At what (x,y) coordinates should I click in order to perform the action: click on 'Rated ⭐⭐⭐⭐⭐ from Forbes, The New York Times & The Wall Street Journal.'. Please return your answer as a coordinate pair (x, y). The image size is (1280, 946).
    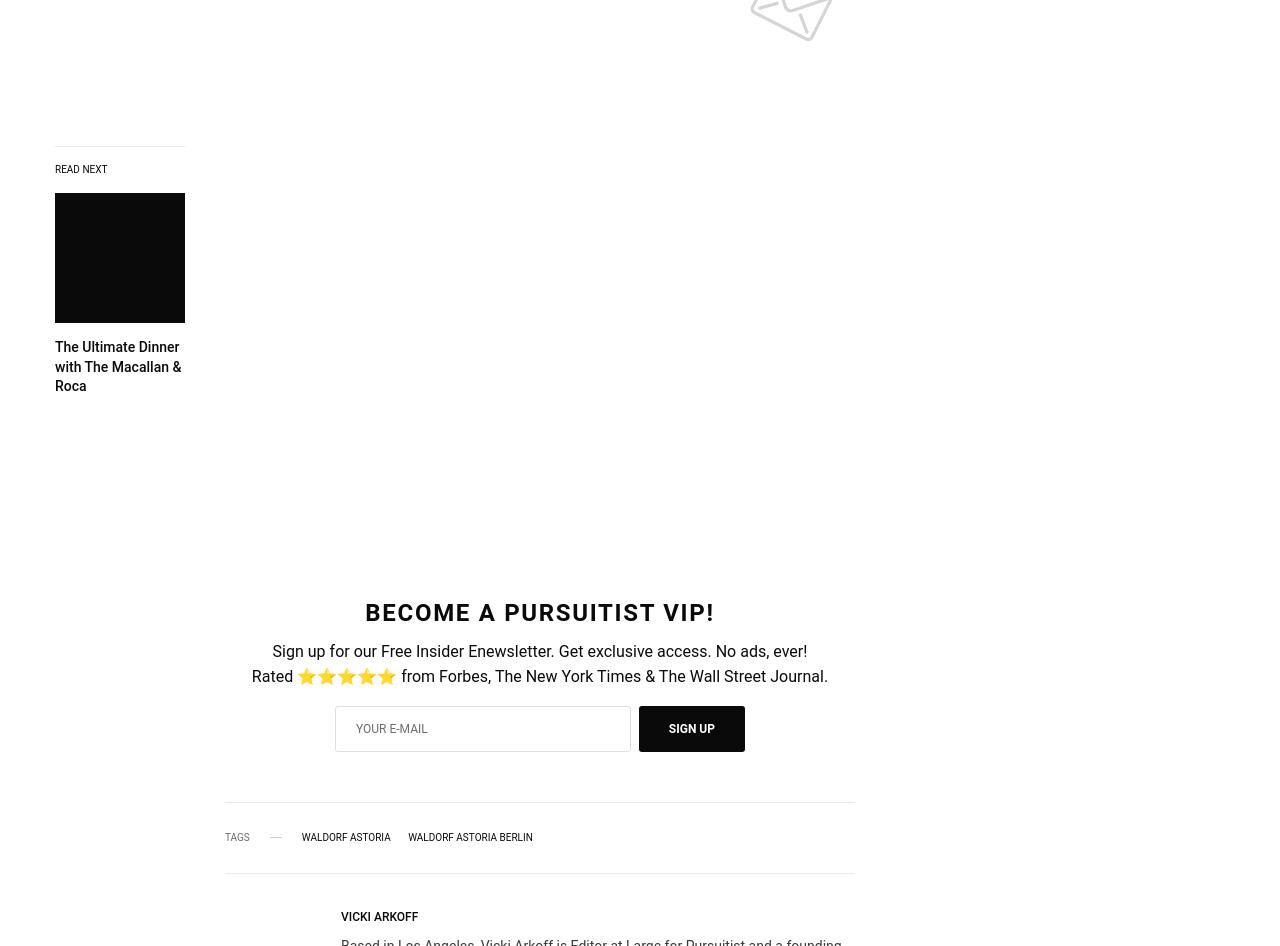
    Looking at the image, I should click on (539, 676).